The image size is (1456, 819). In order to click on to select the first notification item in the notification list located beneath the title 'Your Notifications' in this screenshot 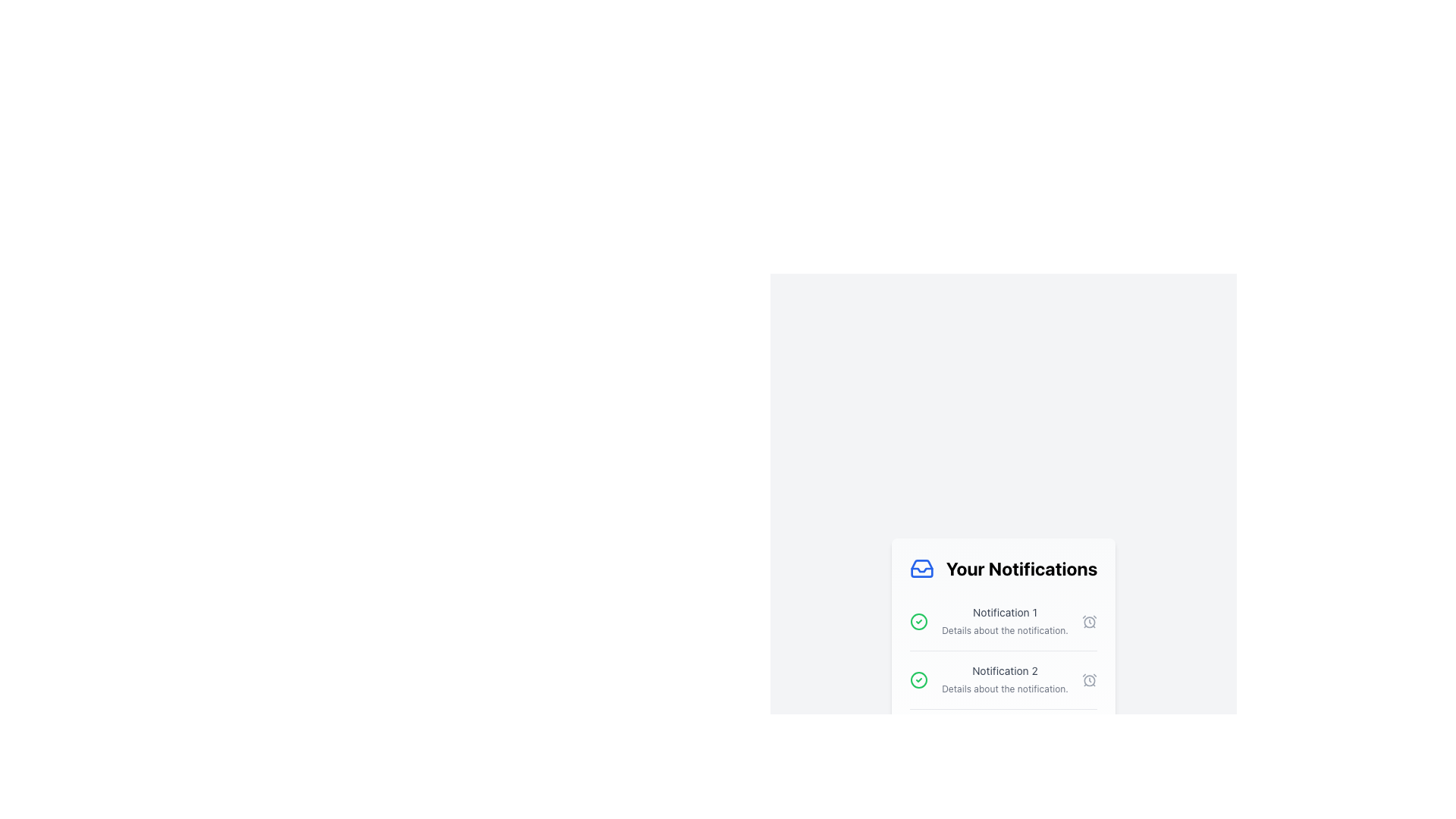, I will do `click(1003, 622)`.